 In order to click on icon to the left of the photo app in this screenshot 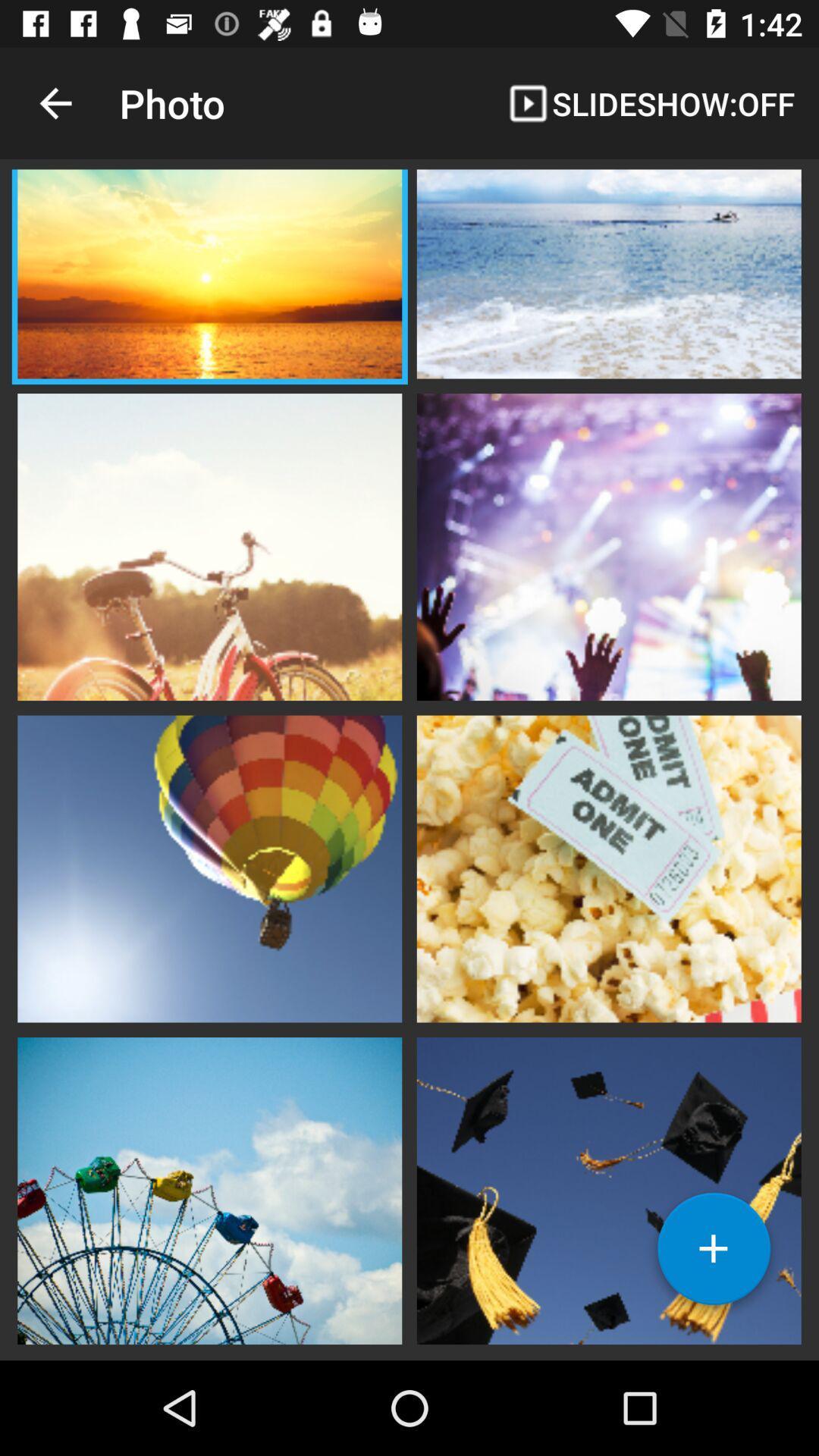, I will do `click(55, 102)`.